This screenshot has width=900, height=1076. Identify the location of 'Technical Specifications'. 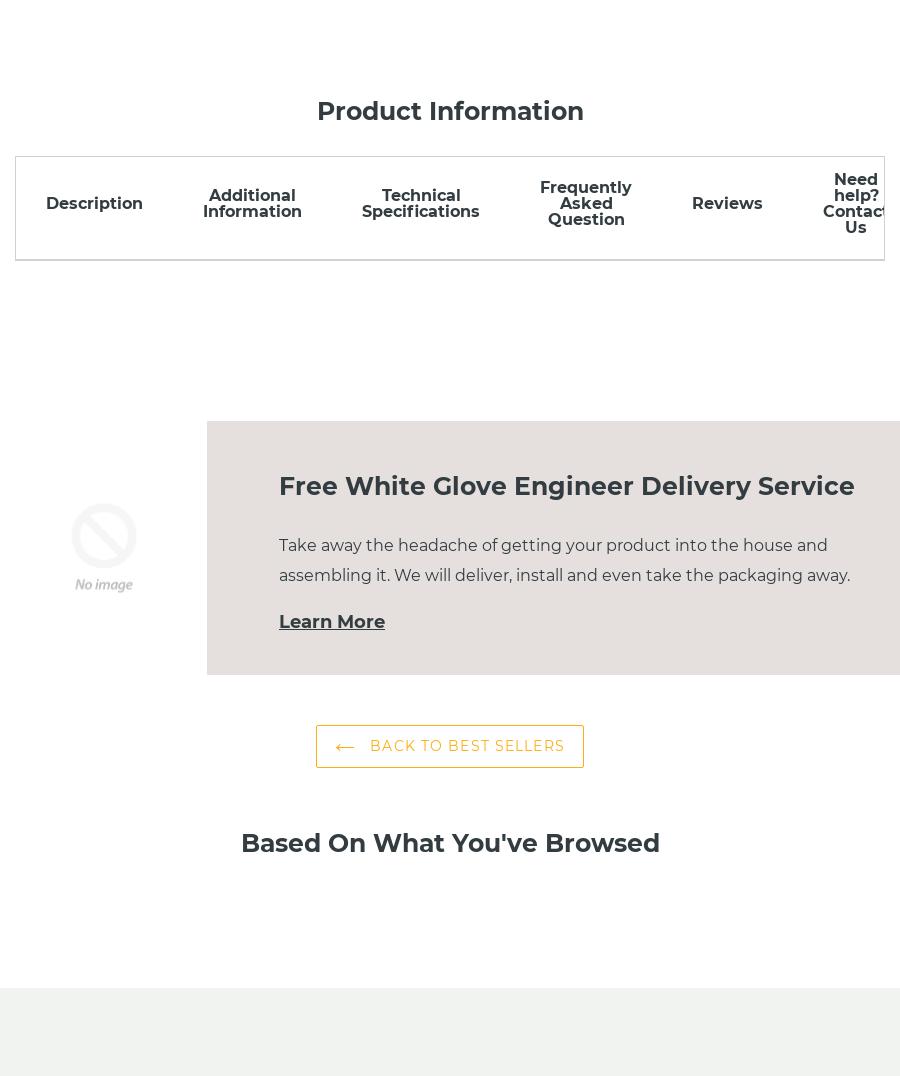
(421, 202).